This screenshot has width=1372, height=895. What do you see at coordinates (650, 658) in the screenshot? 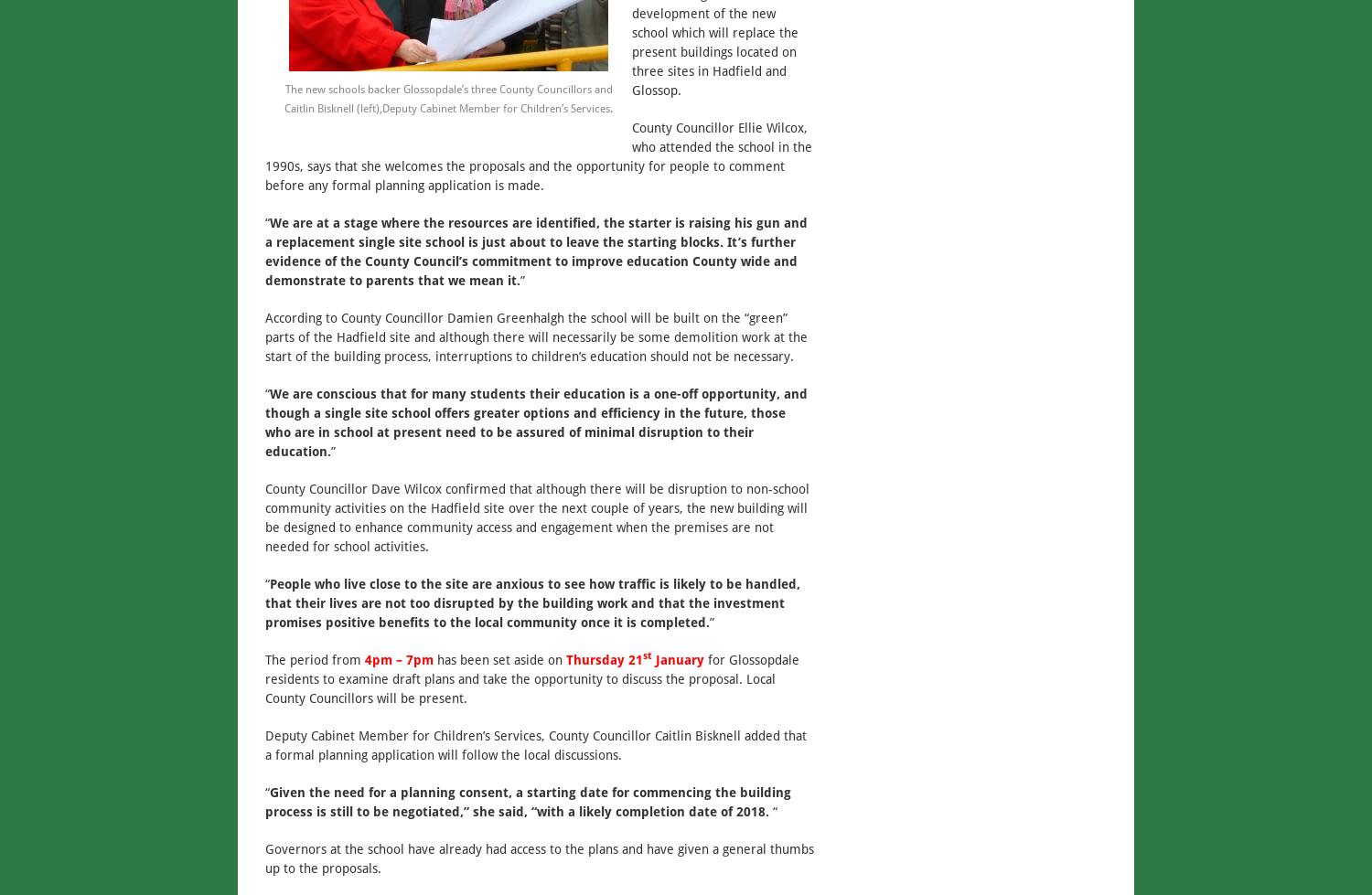
I see `'January'` at bounding box center [650, 658].